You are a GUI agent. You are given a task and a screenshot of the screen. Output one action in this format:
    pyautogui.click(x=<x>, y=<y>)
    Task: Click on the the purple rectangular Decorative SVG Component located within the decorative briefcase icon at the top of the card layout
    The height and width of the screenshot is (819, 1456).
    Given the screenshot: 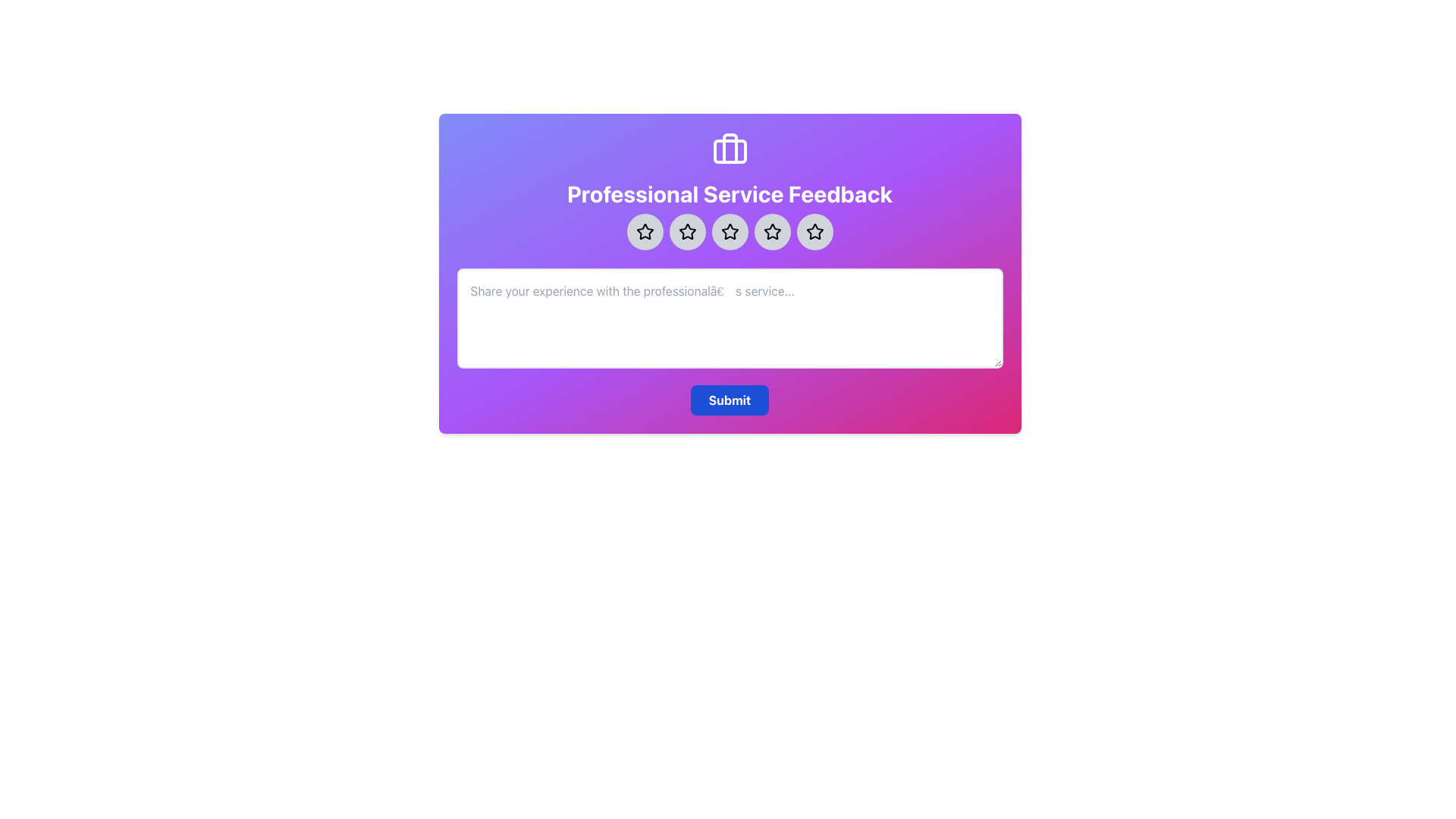 What is the action you would take?
    pyautogui.click(x=730, y=152)
    